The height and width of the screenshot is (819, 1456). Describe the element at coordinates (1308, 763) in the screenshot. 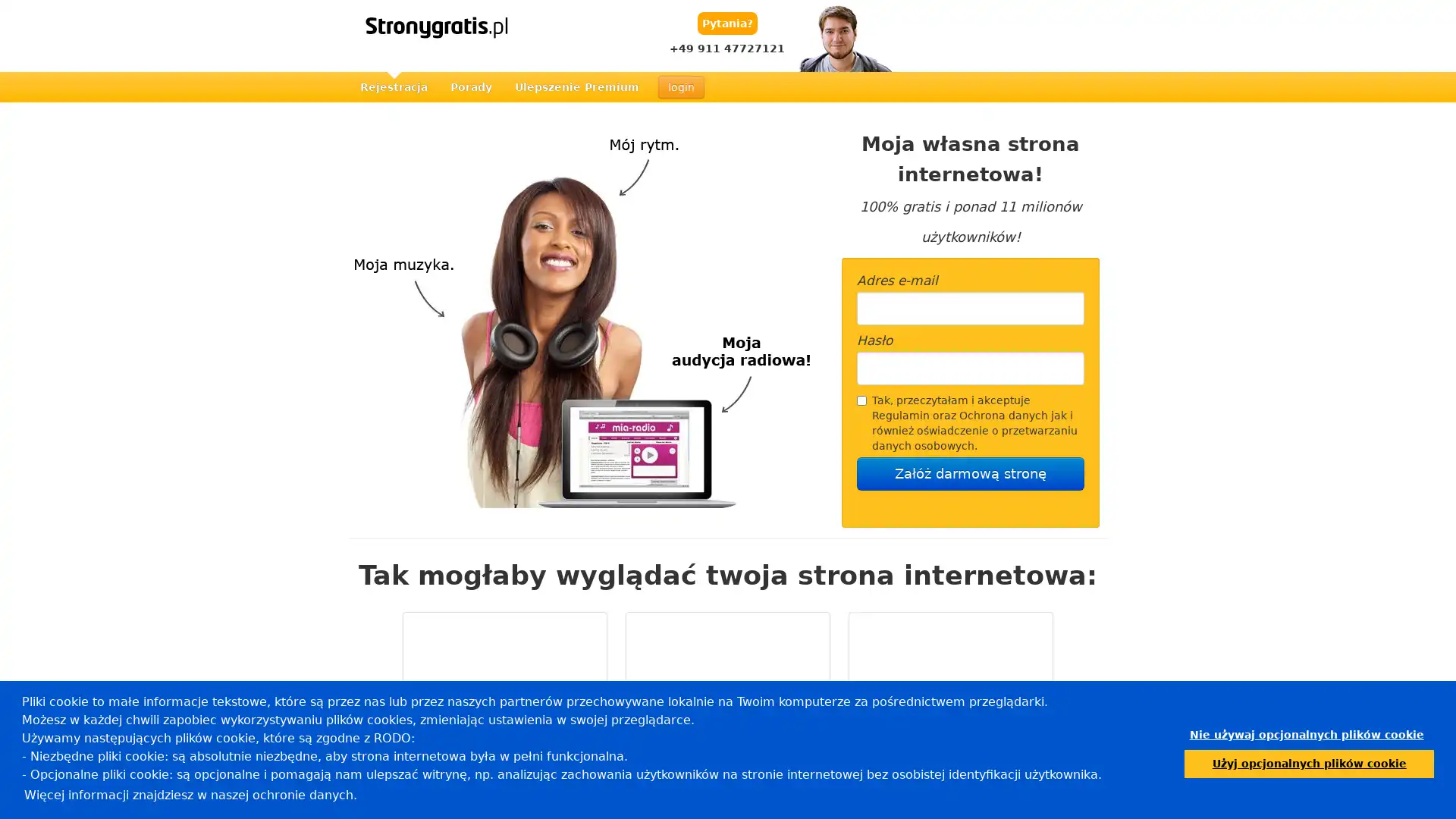

I see `allow cookies` at that location.